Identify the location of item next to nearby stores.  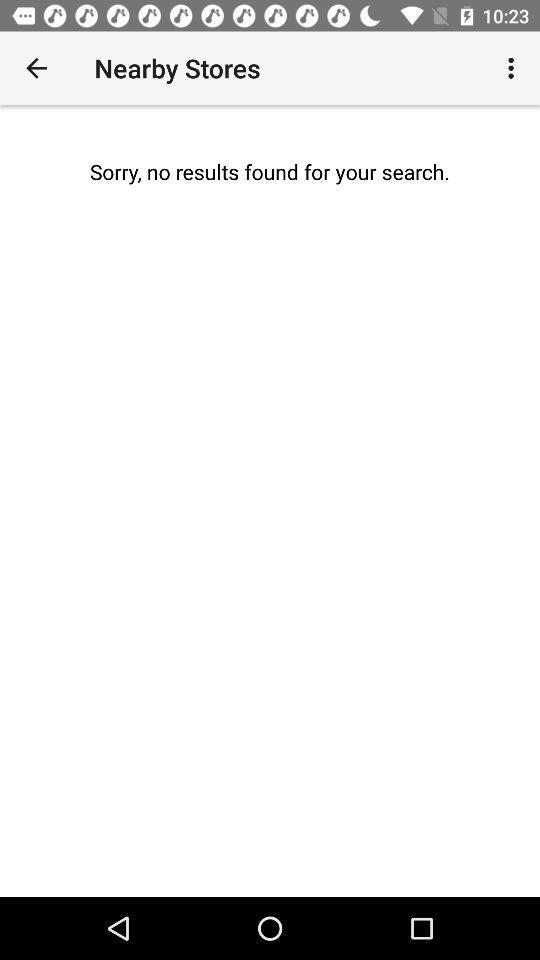
(36, 68).